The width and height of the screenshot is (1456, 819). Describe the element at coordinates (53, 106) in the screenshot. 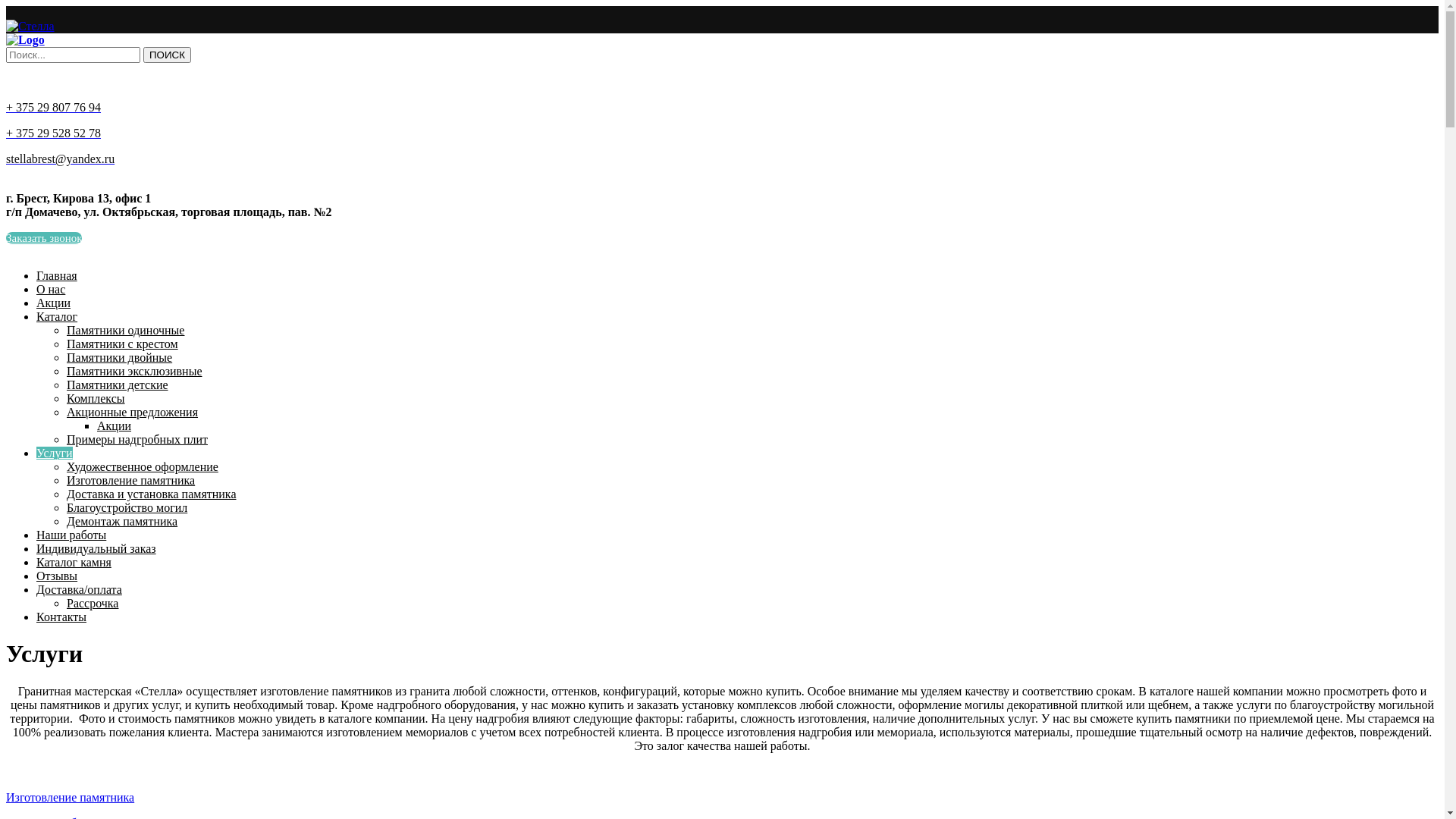

I see `'+ 375 29 807 76 94'` at that location.